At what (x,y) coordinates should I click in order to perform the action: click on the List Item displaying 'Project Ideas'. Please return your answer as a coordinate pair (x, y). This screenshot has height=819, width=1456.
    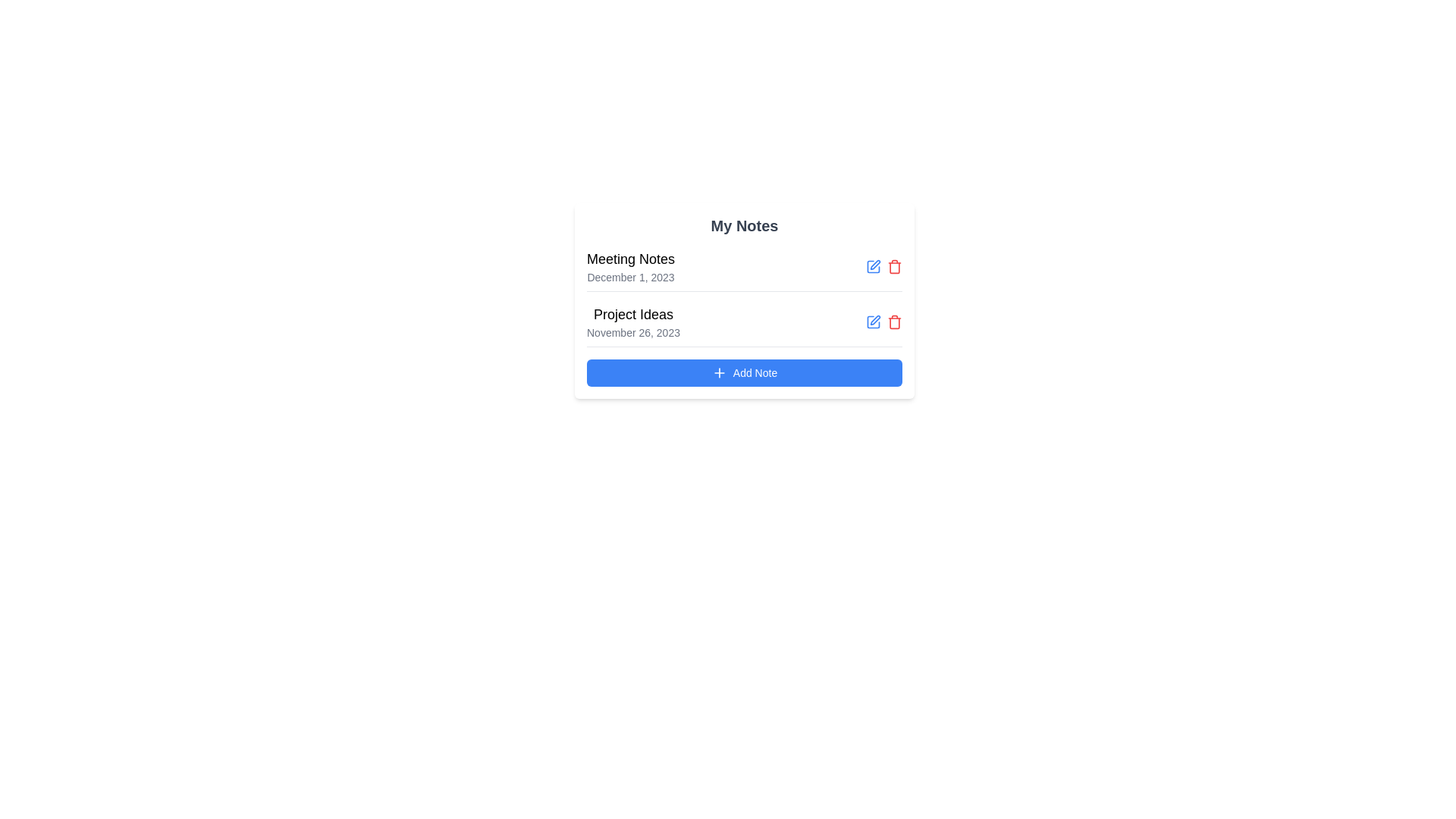
    Looking at the image, I should click on (745, 325).